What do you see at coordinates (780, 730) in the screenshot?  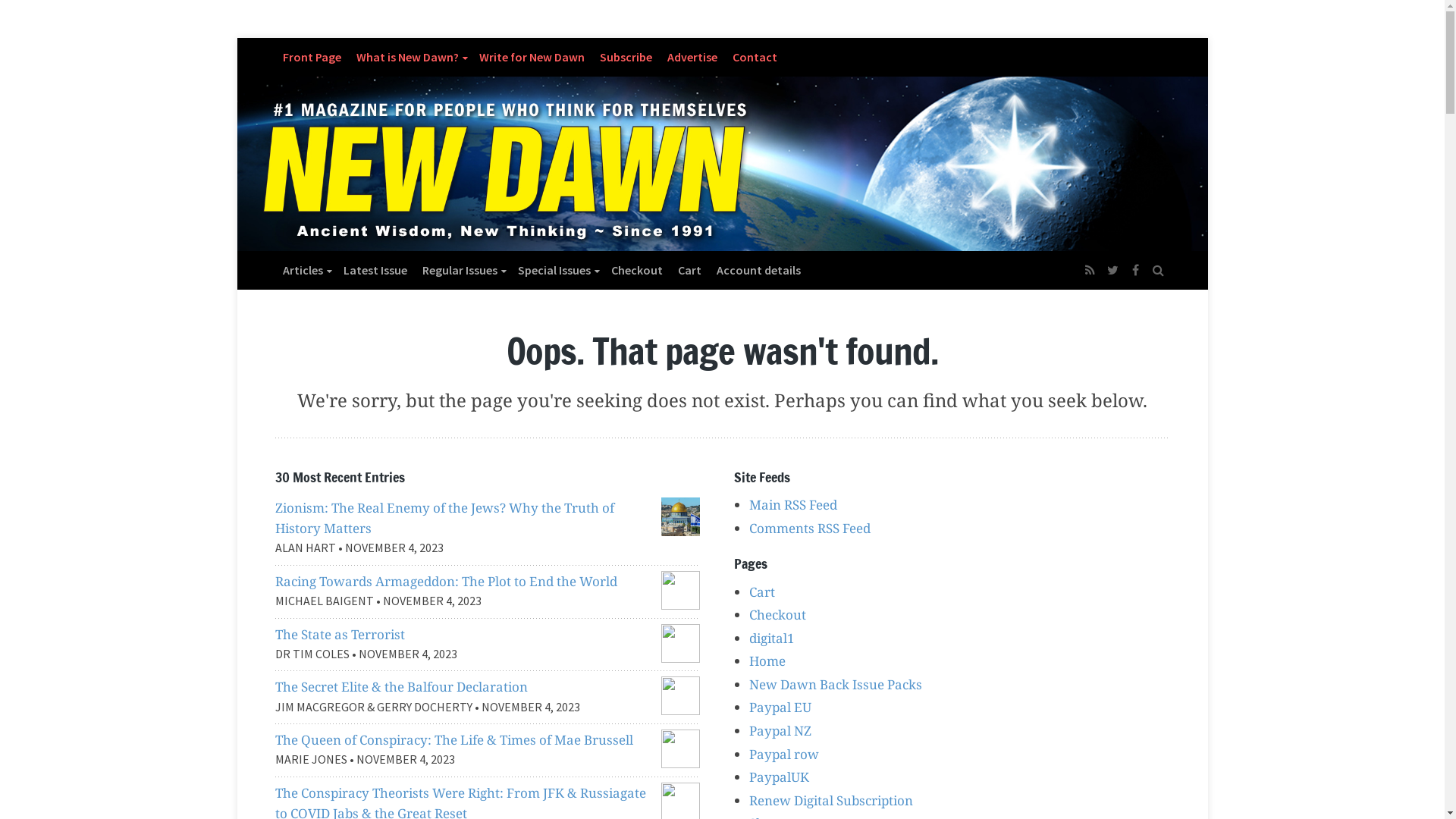 I see `'Paypal NZ'` at bounding box center [780, 730].